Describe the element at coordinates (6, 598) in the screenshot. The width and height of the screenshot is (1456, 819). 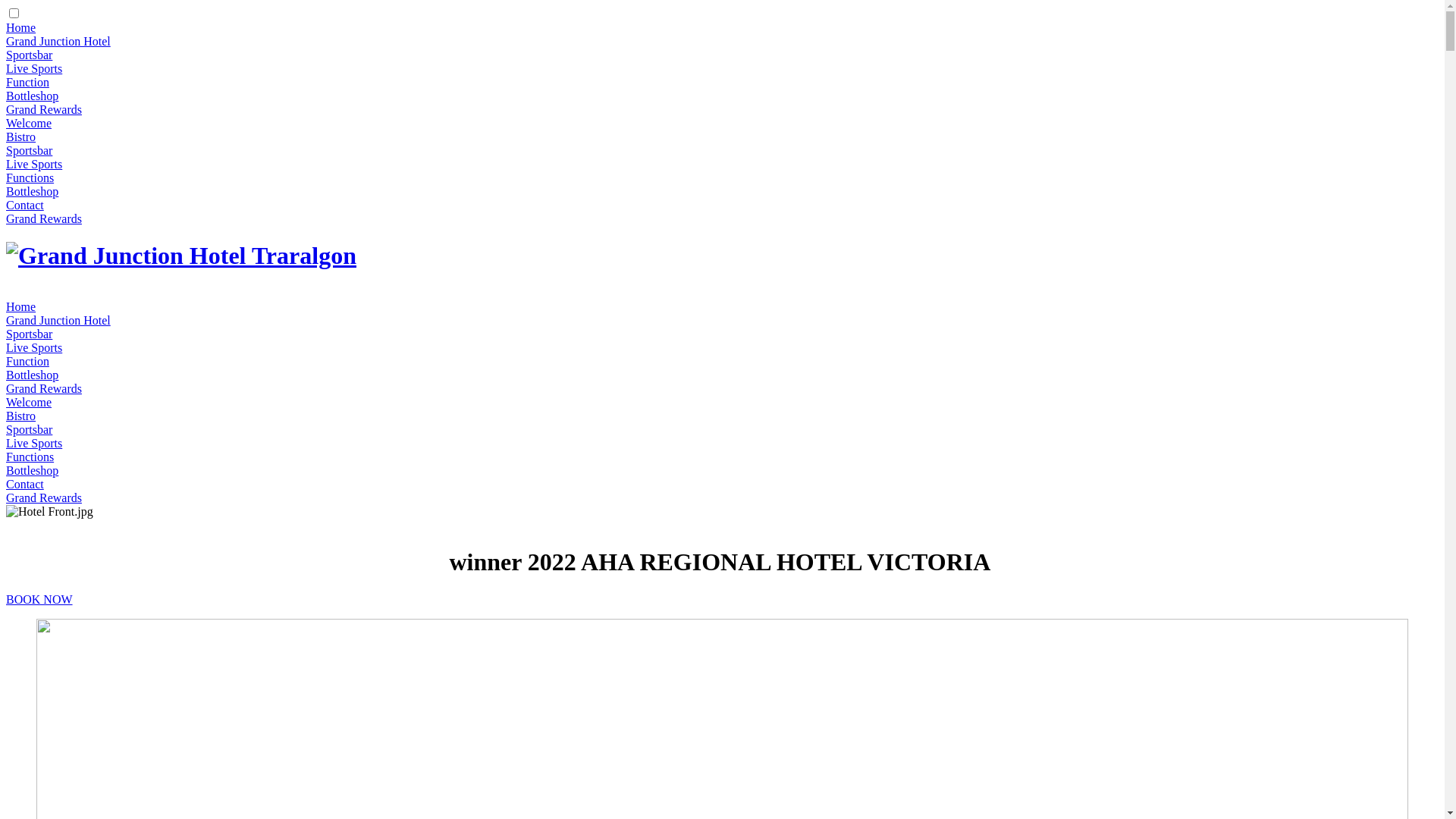
I see `'BOOK NOW'` at that location.